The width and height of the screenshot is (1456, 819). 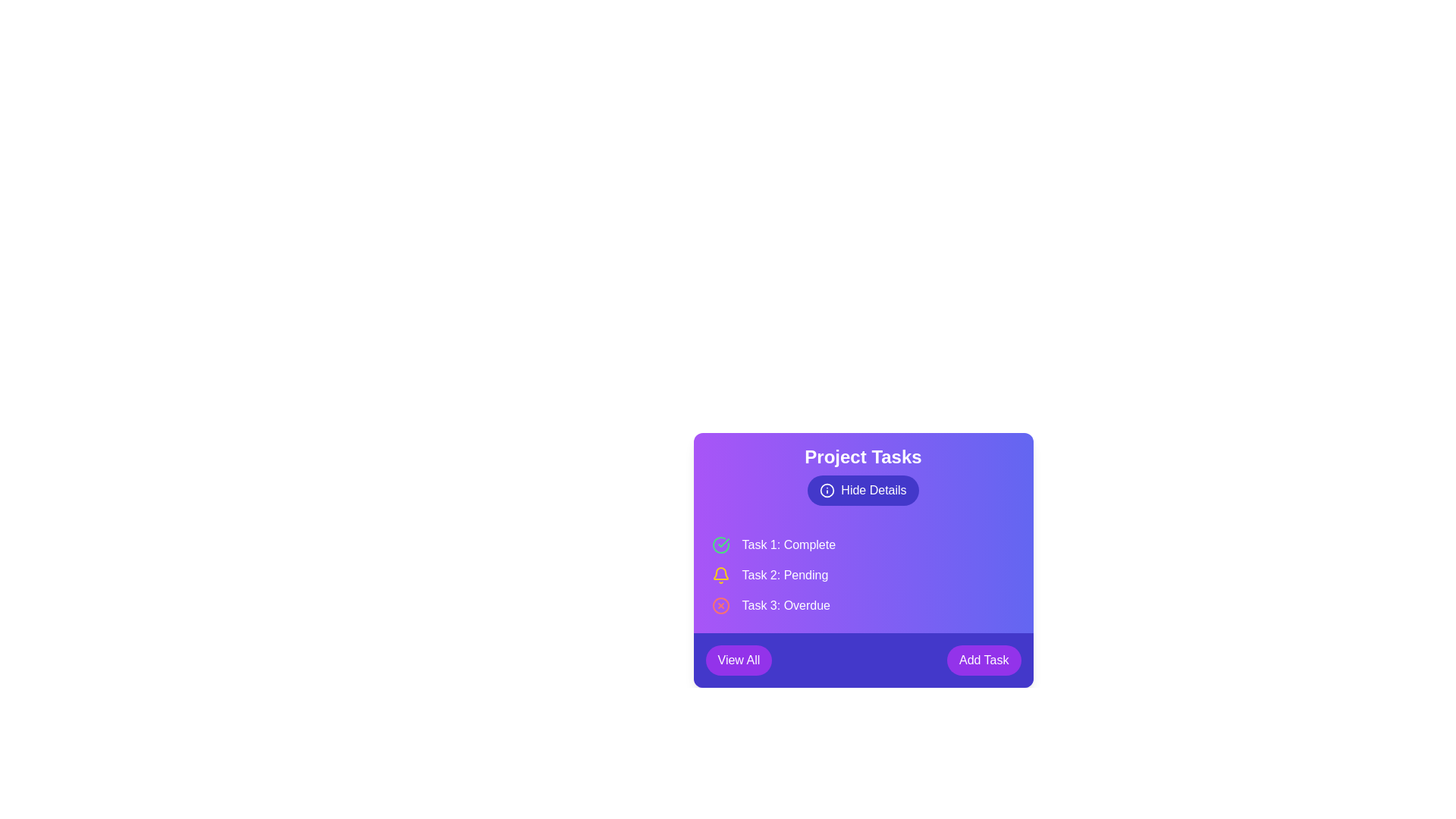 I want to click on the completion status icon for 'Task 1: Complete', located in the leftmost position of the horizontal group within the task list, so click(x=720, y=544).